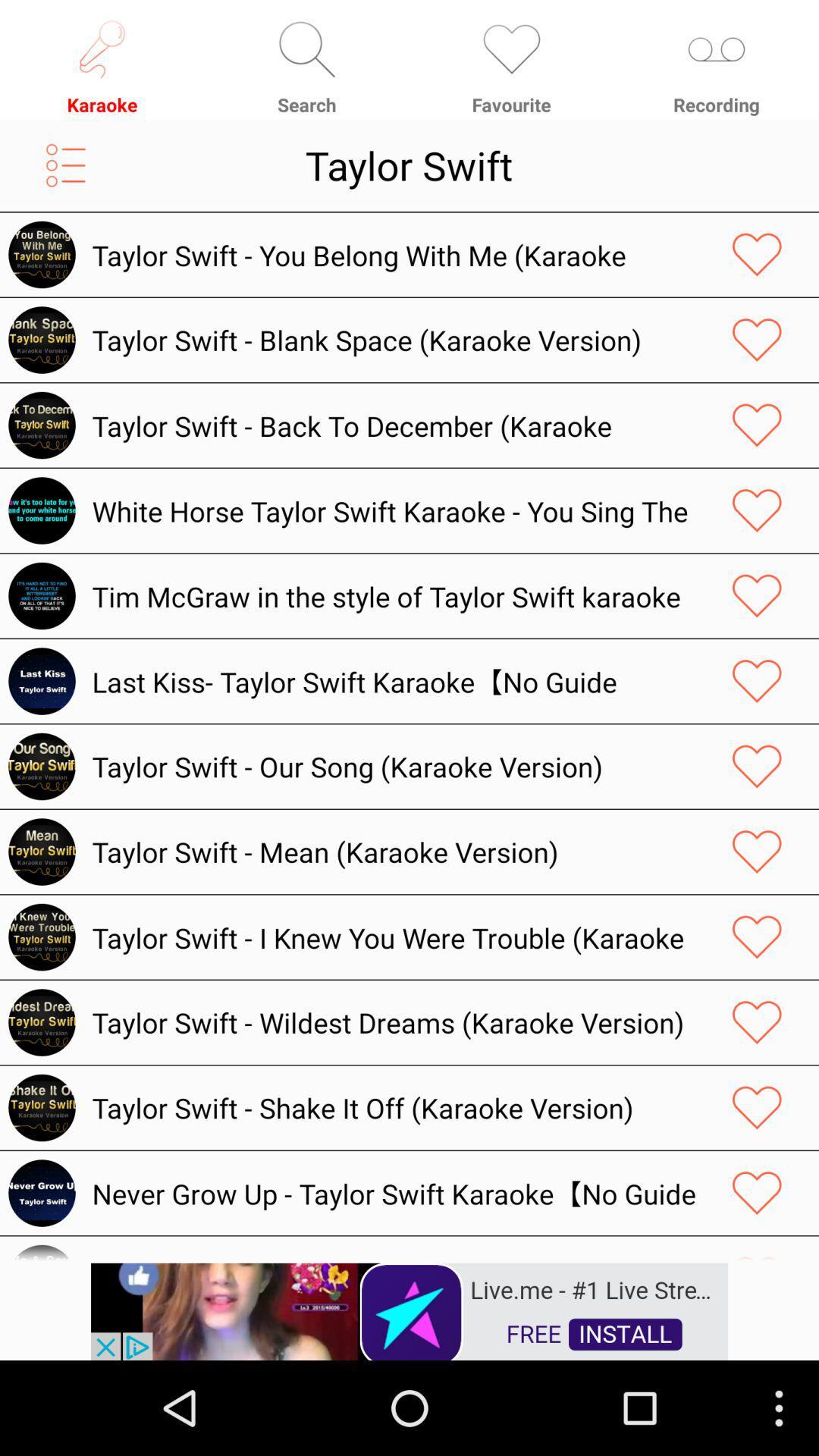 Image resolution: width=819 pixels, height=1456 pixels. What do you see at coordinates (757, 1107) in the screenshot?
I see `the song to your favorite list` at bounding box center [757, 1107].